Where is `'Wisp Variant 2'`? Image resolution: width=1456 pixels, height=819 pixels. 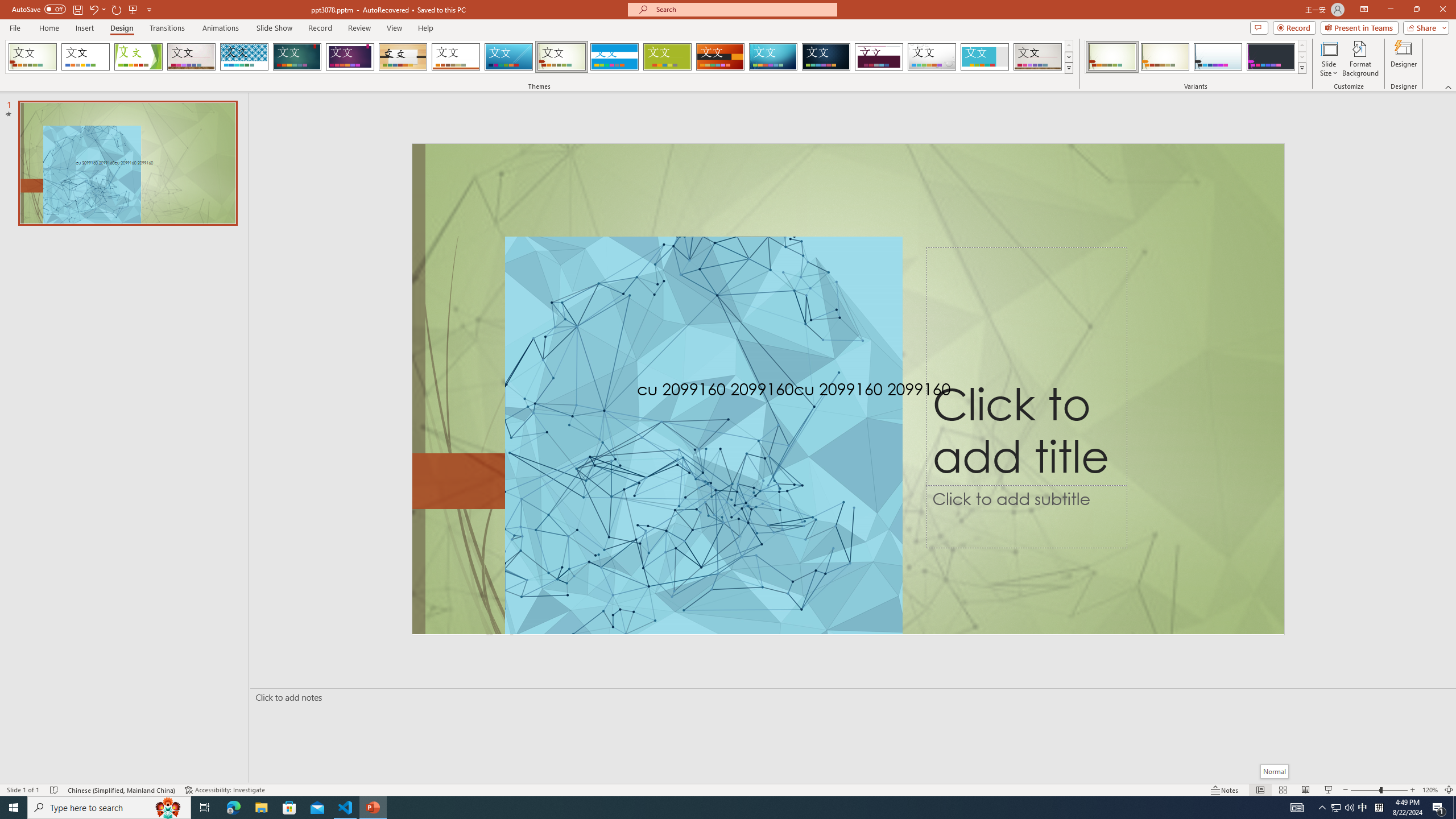
'Wisp Variant 2' is located at coordinates (1164, 56).